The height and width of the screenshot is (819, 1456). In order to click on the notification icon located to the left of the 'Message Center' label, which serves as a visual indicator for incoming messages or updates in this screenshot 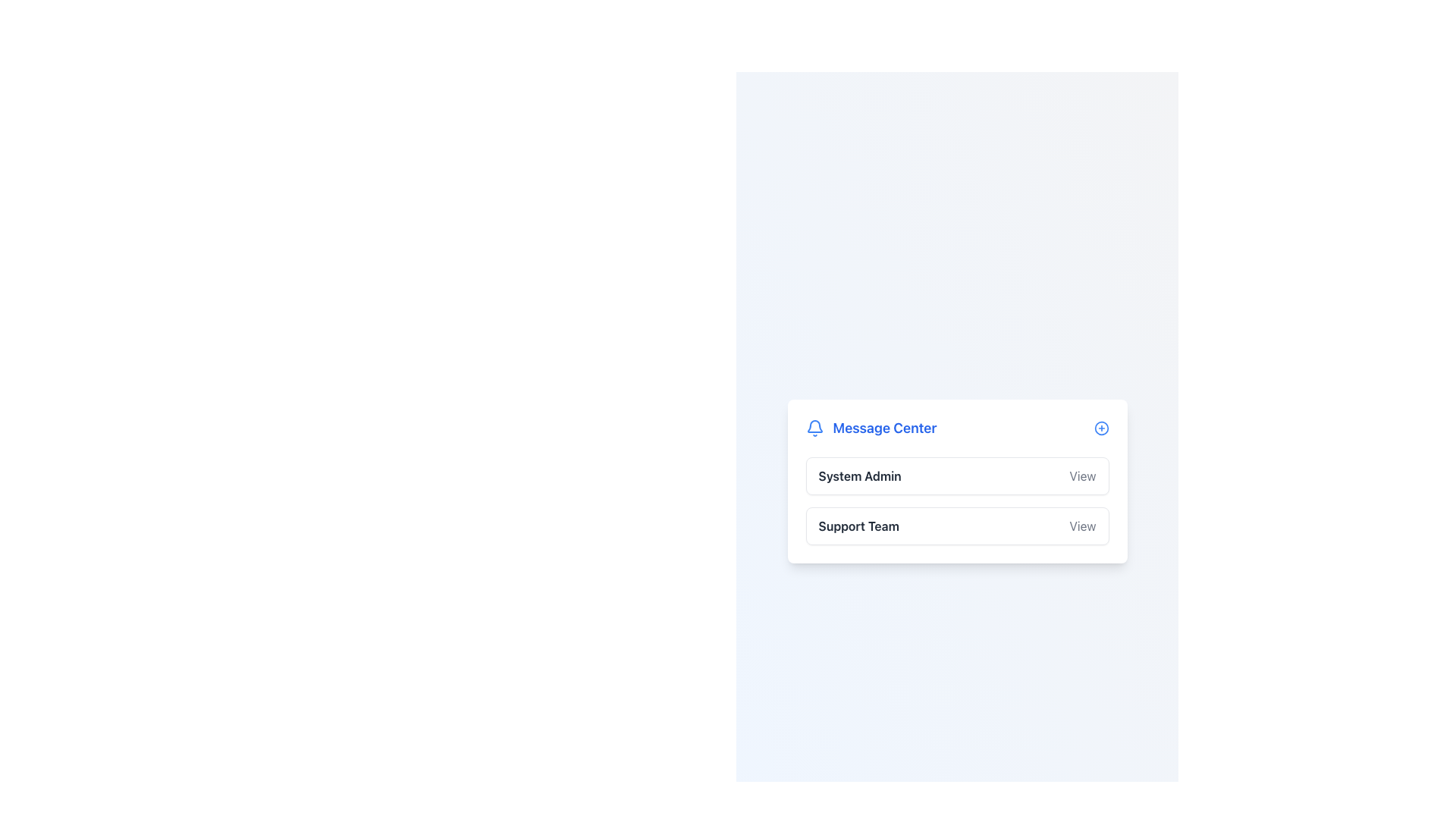, I will do `click(814, 428)`.